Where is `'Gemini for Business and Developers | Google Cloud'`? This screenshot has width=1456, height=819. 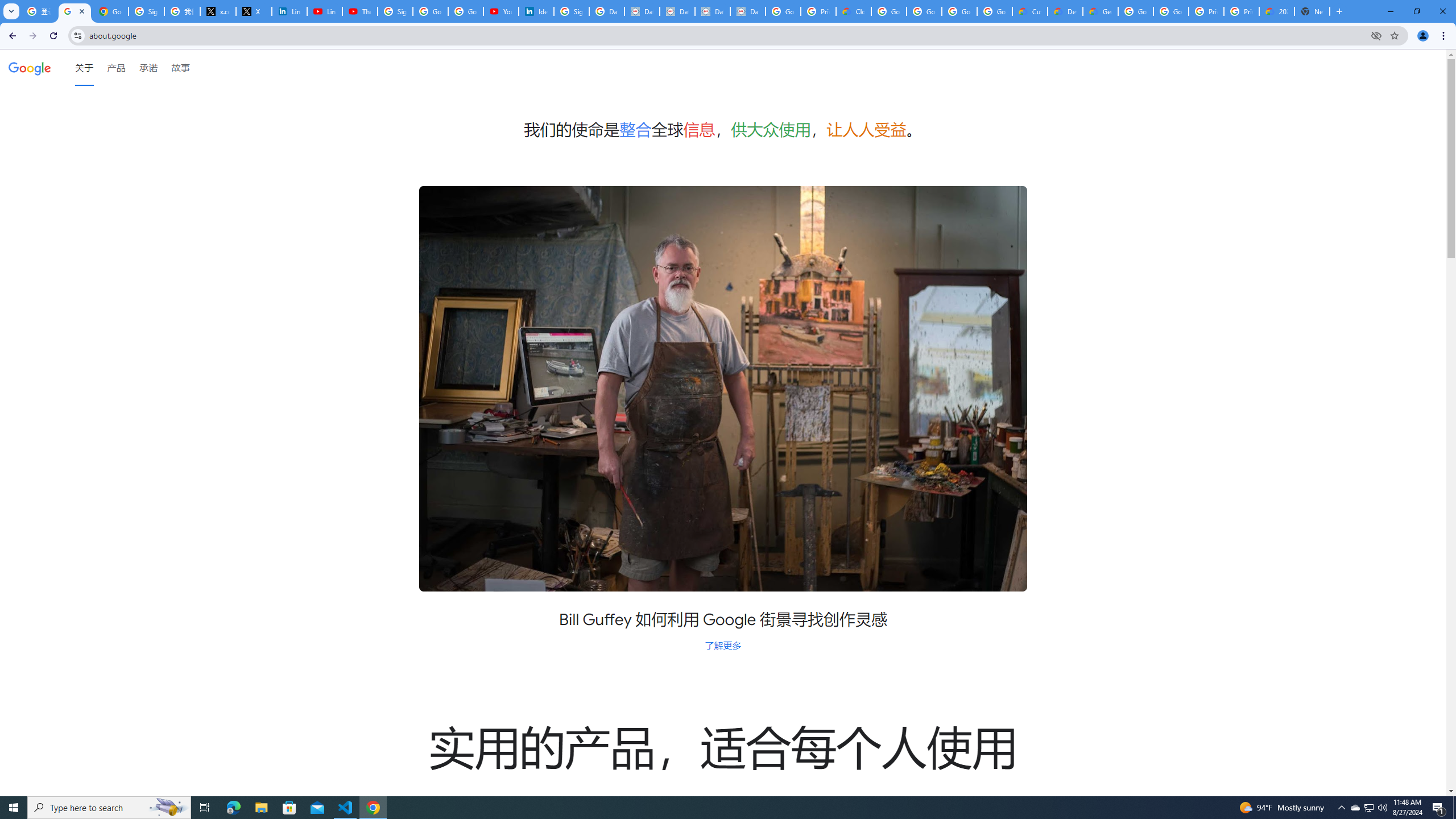
'Gemini for Business and Developers | Google Cloud' is located at coordinates (1099, 11).